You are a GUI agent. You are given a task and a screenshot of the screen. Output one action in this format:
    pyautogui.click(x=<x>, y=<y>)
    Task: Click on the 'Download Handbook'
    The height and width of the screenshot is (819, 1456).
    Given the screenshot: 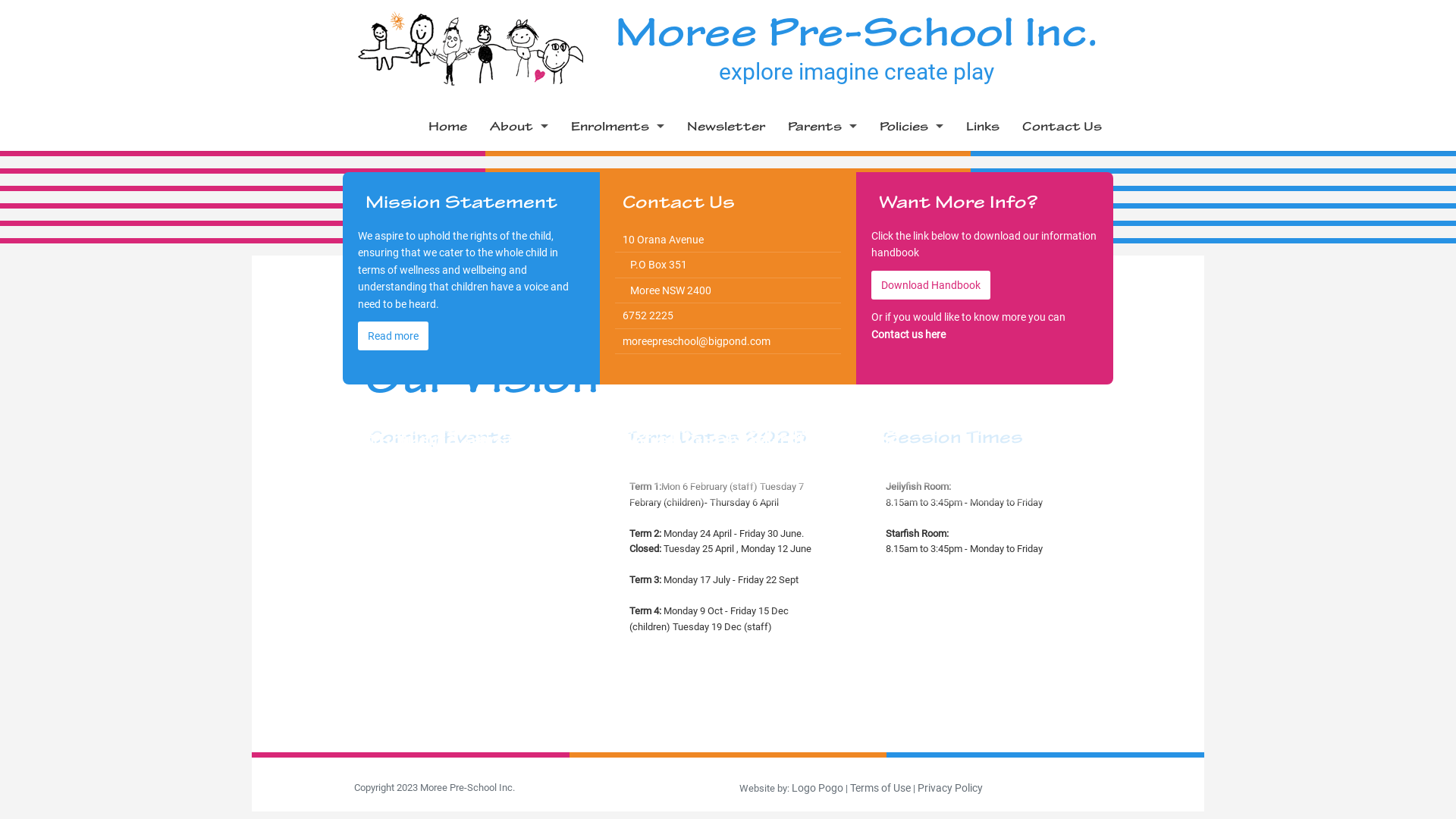 What is the action you would take?
    pyautogui.click(x=930, y=284)
    